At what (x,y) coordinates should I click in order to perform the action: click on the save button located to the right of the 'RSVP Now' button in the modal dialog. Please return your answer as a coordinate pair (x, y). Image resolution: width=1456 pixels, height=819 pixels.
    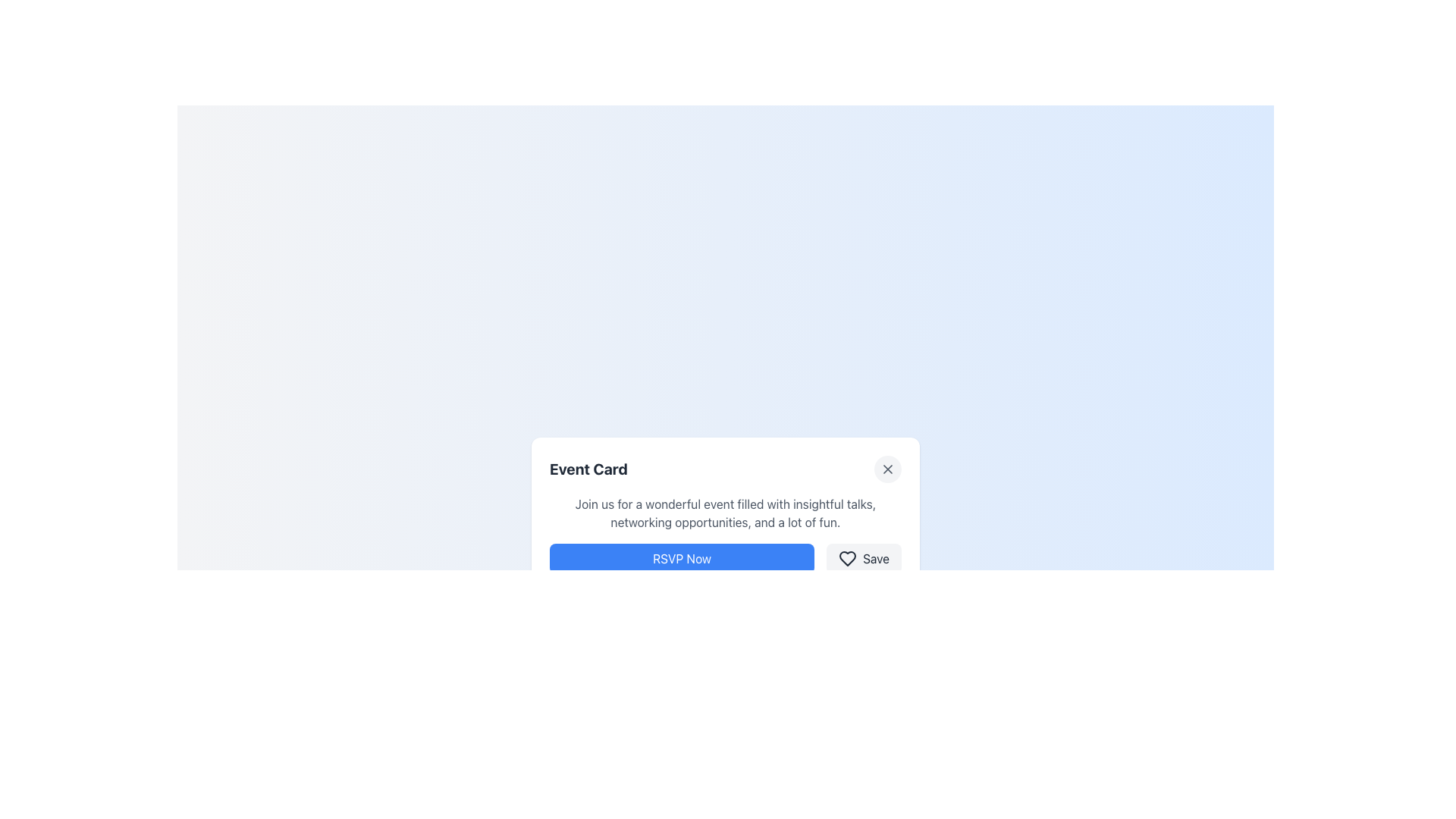
    Looking at the image, I should click on (864, 558).